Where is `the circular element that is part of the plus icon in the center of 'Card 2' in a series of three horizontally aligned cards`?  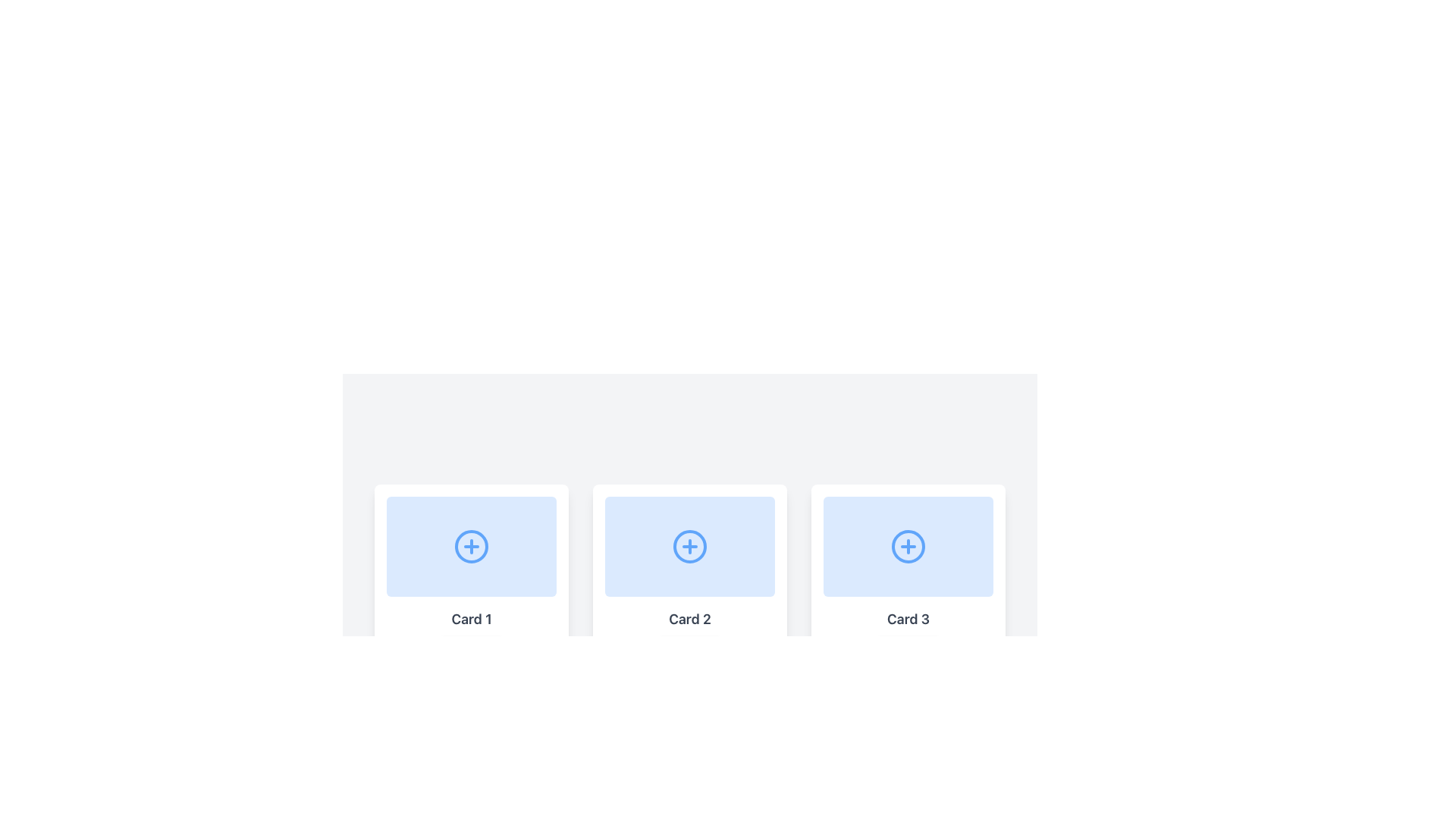
the circular element that is part of the plus icon in the center of 'Card 2' in a series of three horizontally aligned cards is located at coordinates (689, 547).